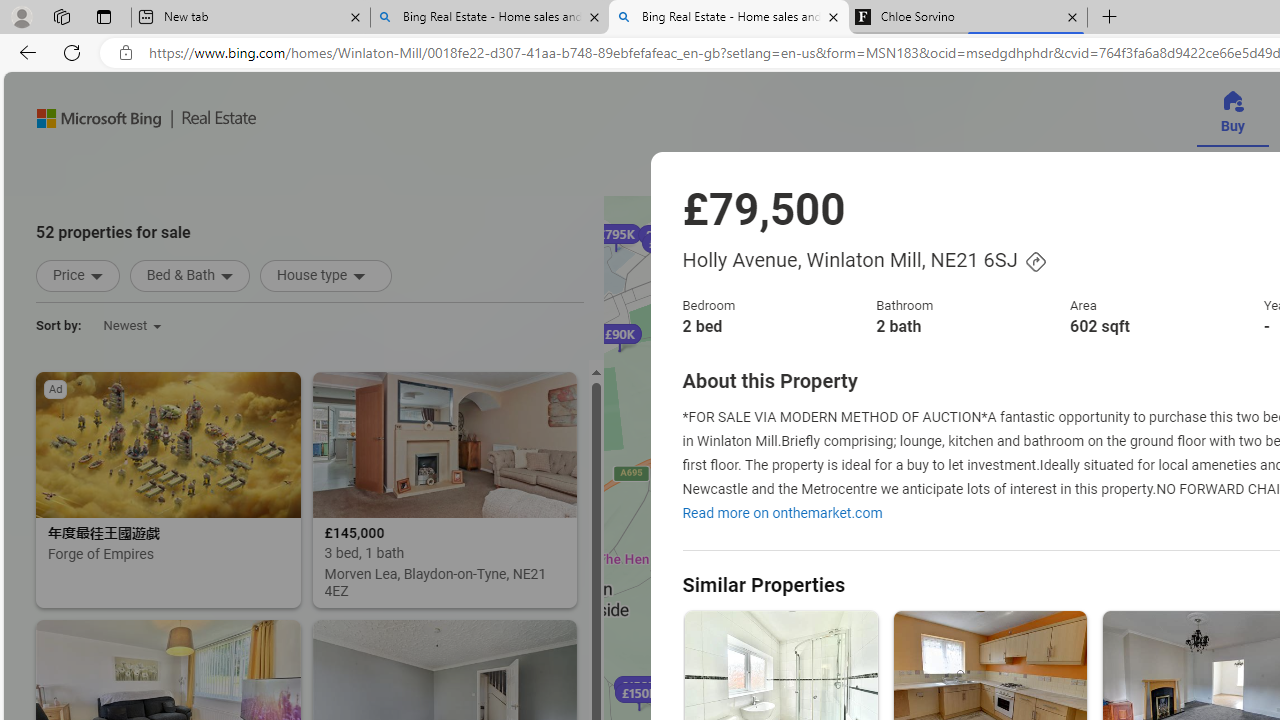 This screenshot has height=720, width=1280. Describe the element at coordinates (967, 17) in the screenshot. I see `'Chloe Sorvino'` at that location.